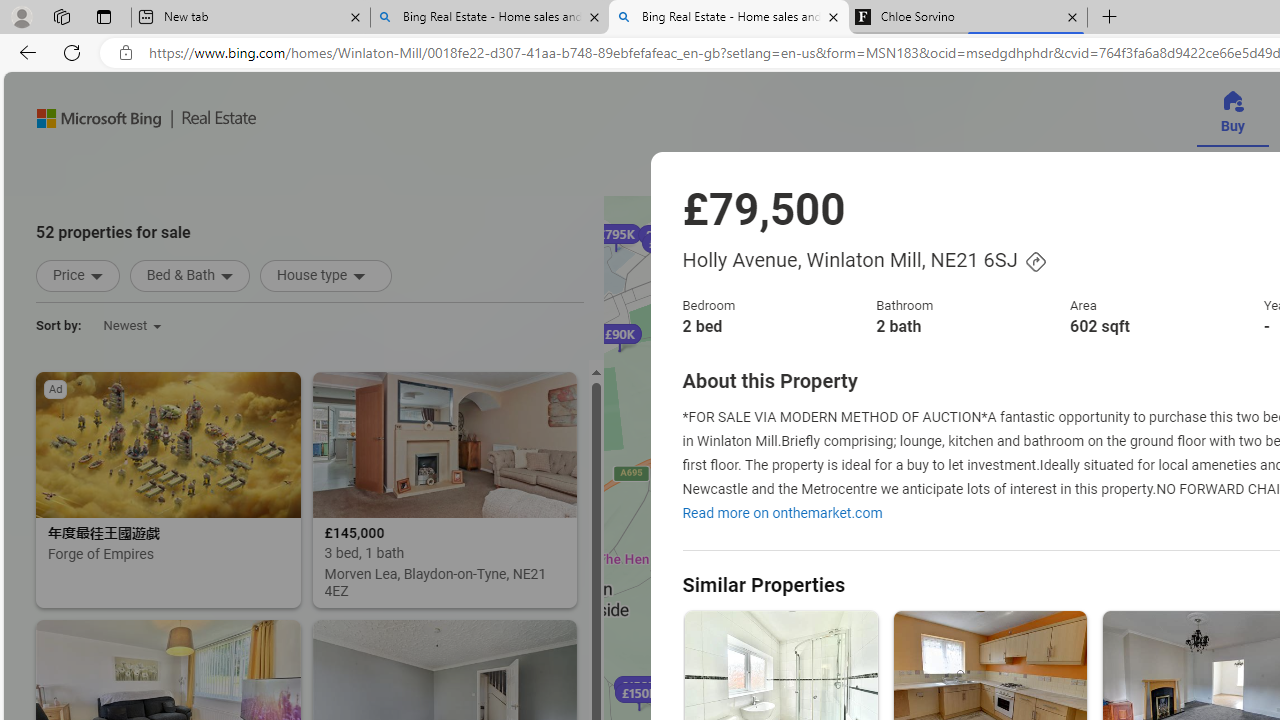 This screenshot has height=720, width=1280. Describe the element at coordinates (967, 17) in the screenshot. I see `'Chloe Sorvino'` at that location.